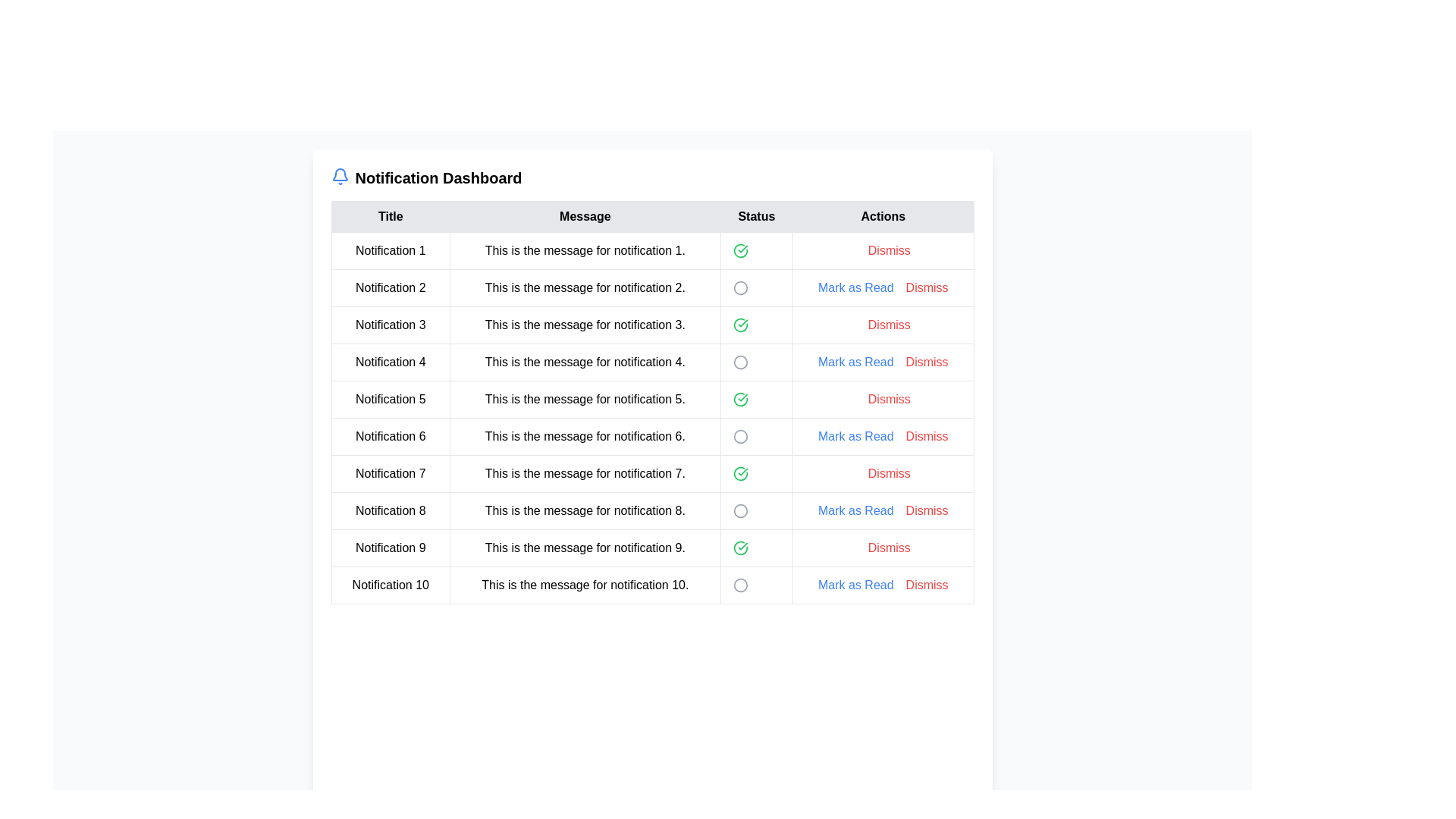 The image size is (1456, 819). Describe the element at coordinates (740, 472) in the screenshot. I see `the status indicator icon that signifies the completion status of 'Notification 7' in the 'Status' column of the table` at that location.